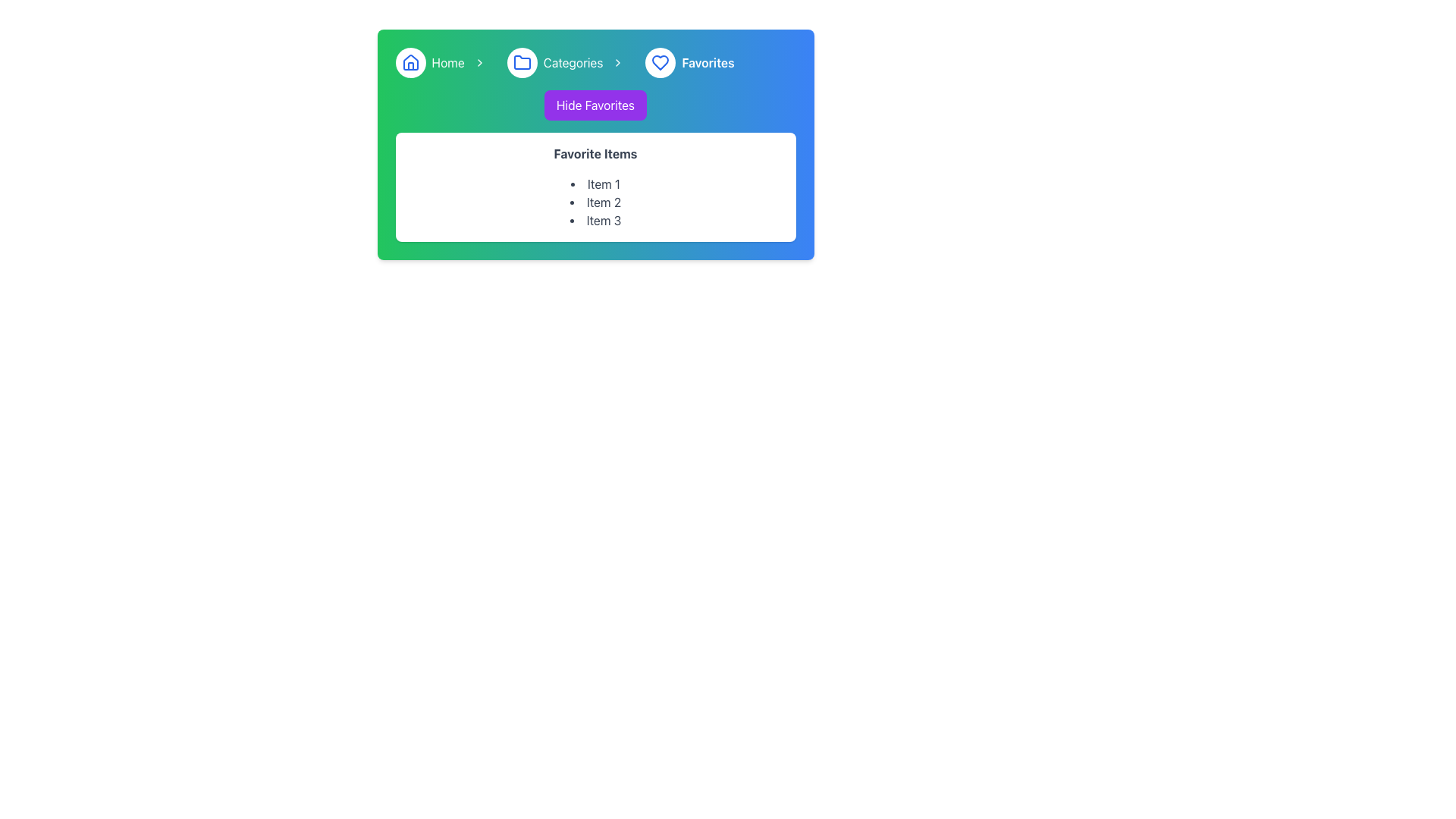  Describe the element at coordinates (618, 62) in the screenshot. I see `the rightward-pointing chevron icon, which is styled in white color and positioned next to the 'Categories' text in the breadcrumb navigation bar` at that location.